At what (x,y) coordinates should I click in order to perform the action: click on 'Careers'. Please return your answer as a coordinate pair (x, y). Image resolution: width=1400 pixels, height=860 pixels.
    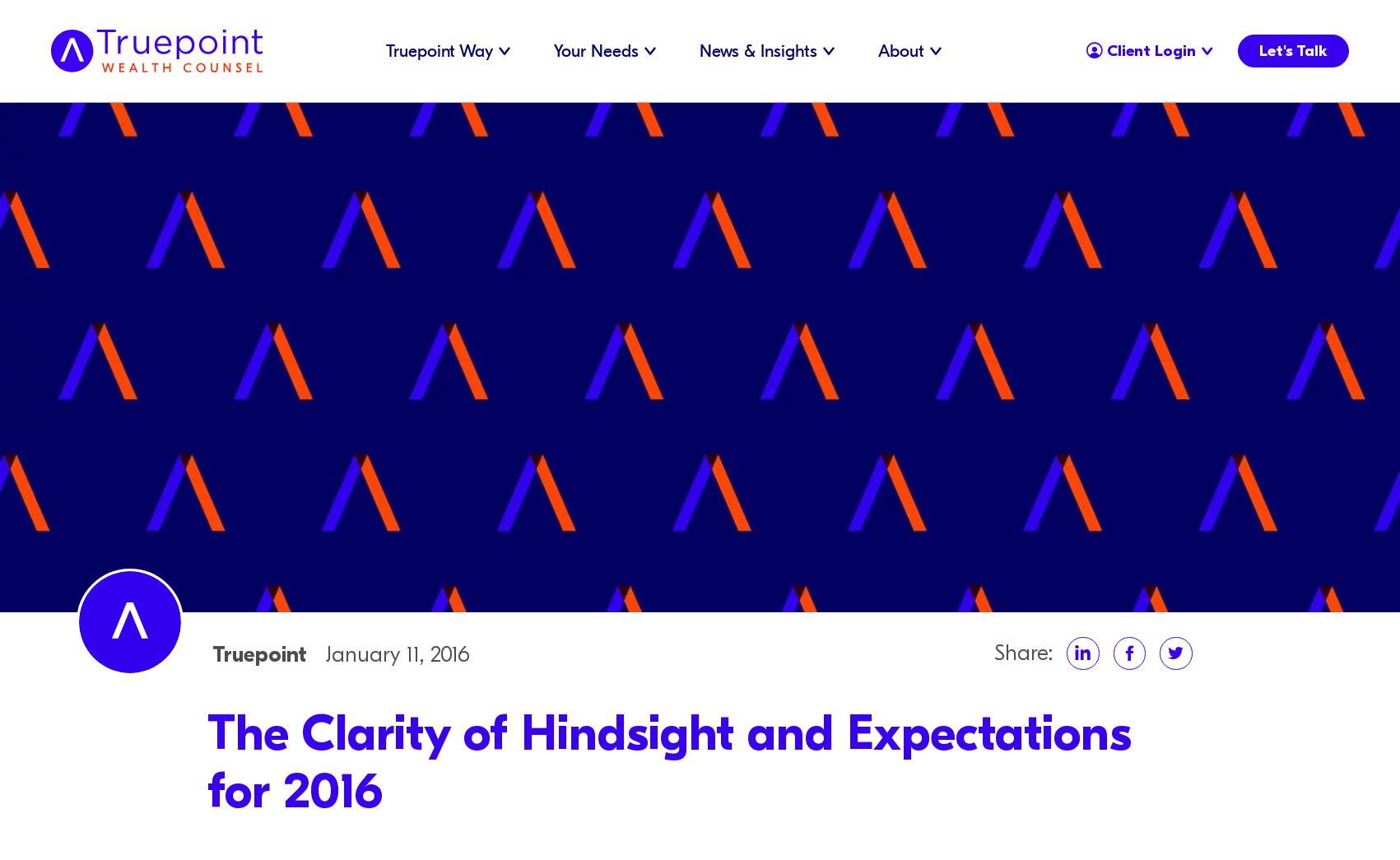
    Looking at the image, I should click on (835, 69).